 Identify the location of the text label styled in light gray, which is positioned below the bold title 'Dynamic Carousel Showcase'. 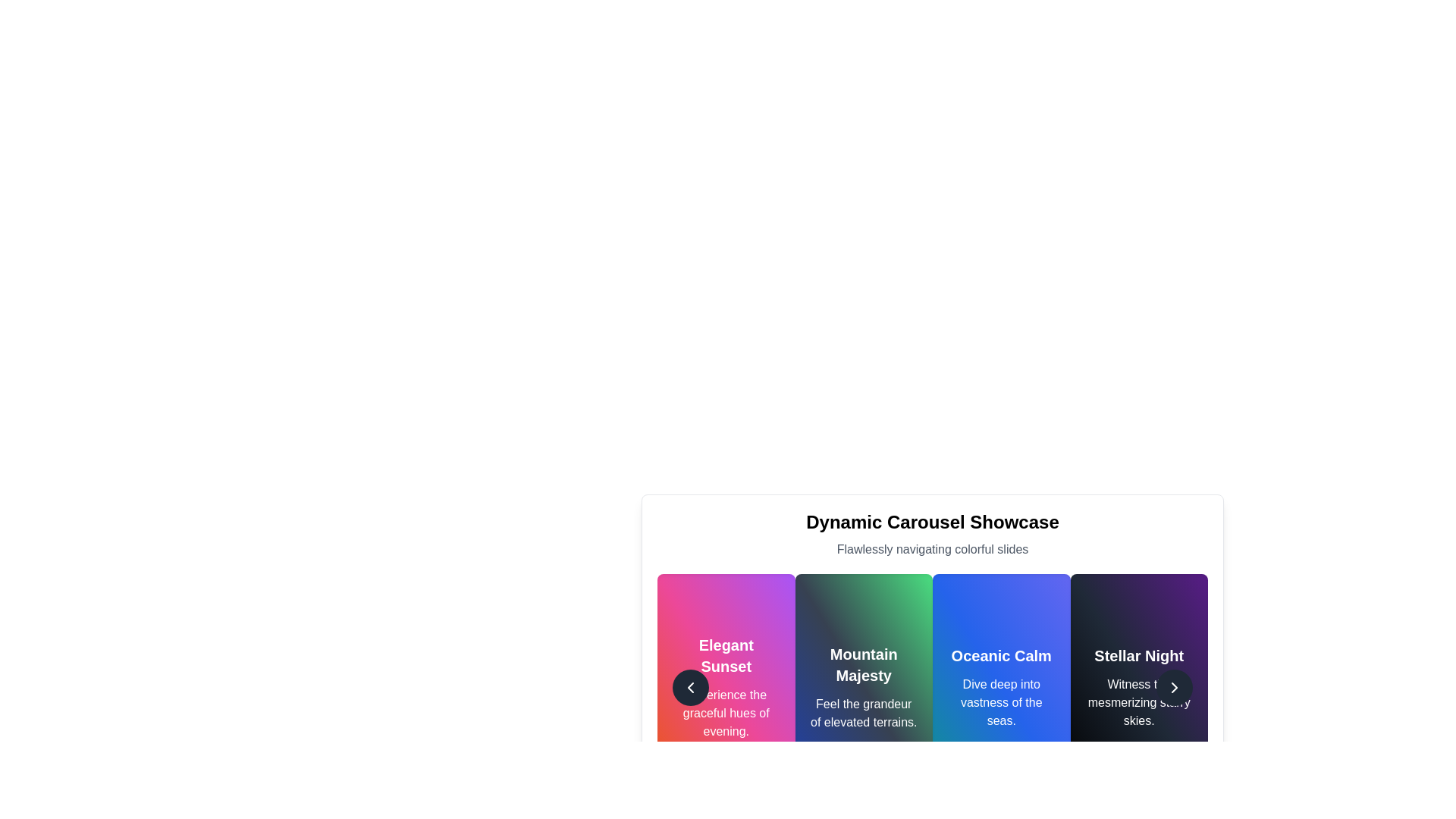
(931, 550).